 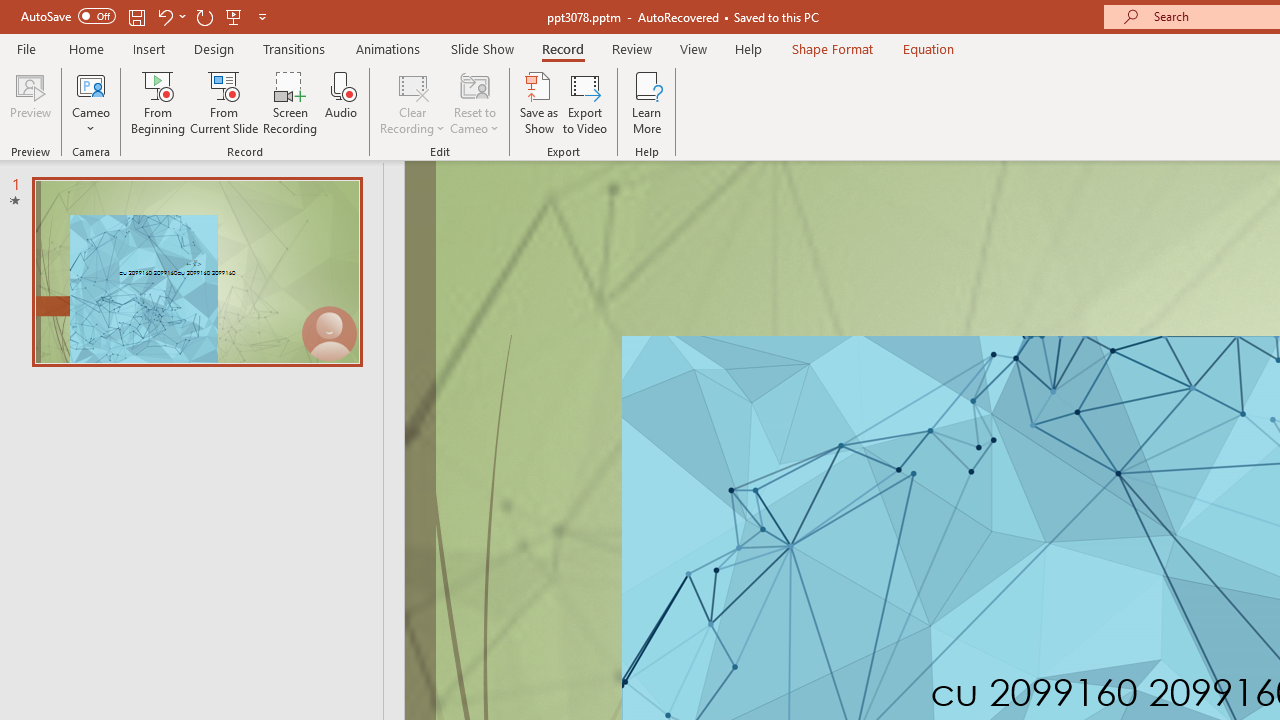 I want to click on 'Equation', so click(x=928, y=48).